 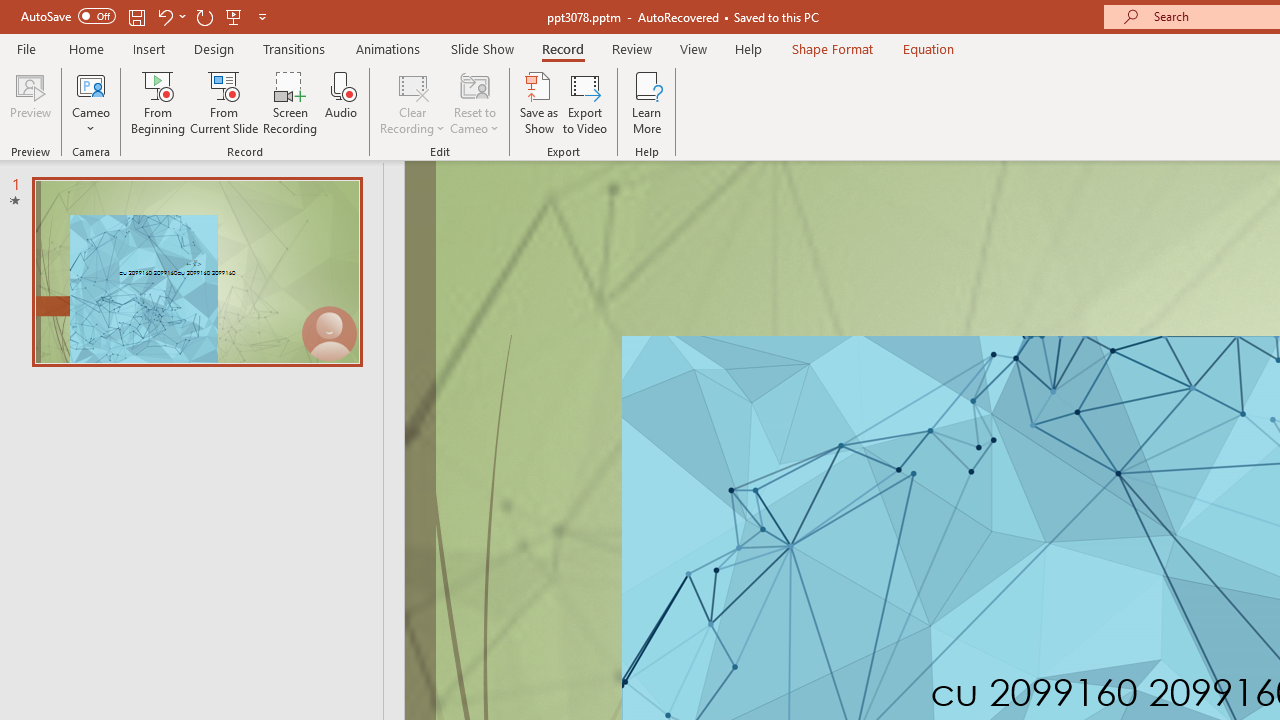 I want to click on 'Equation', so click(x=928, y=48).